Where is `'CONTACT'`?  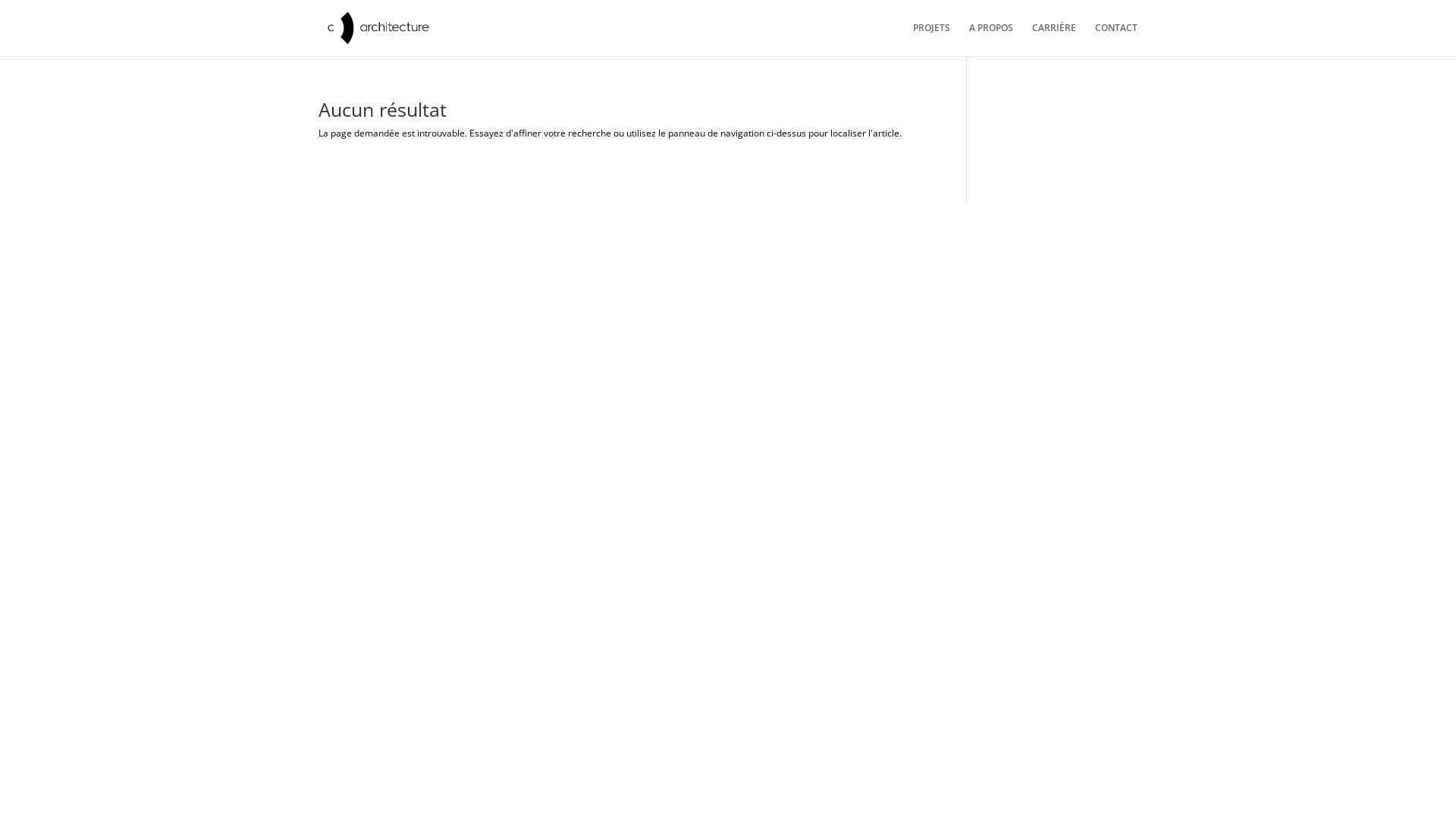
'CONTACT' is located at coordinates (1116, 38).